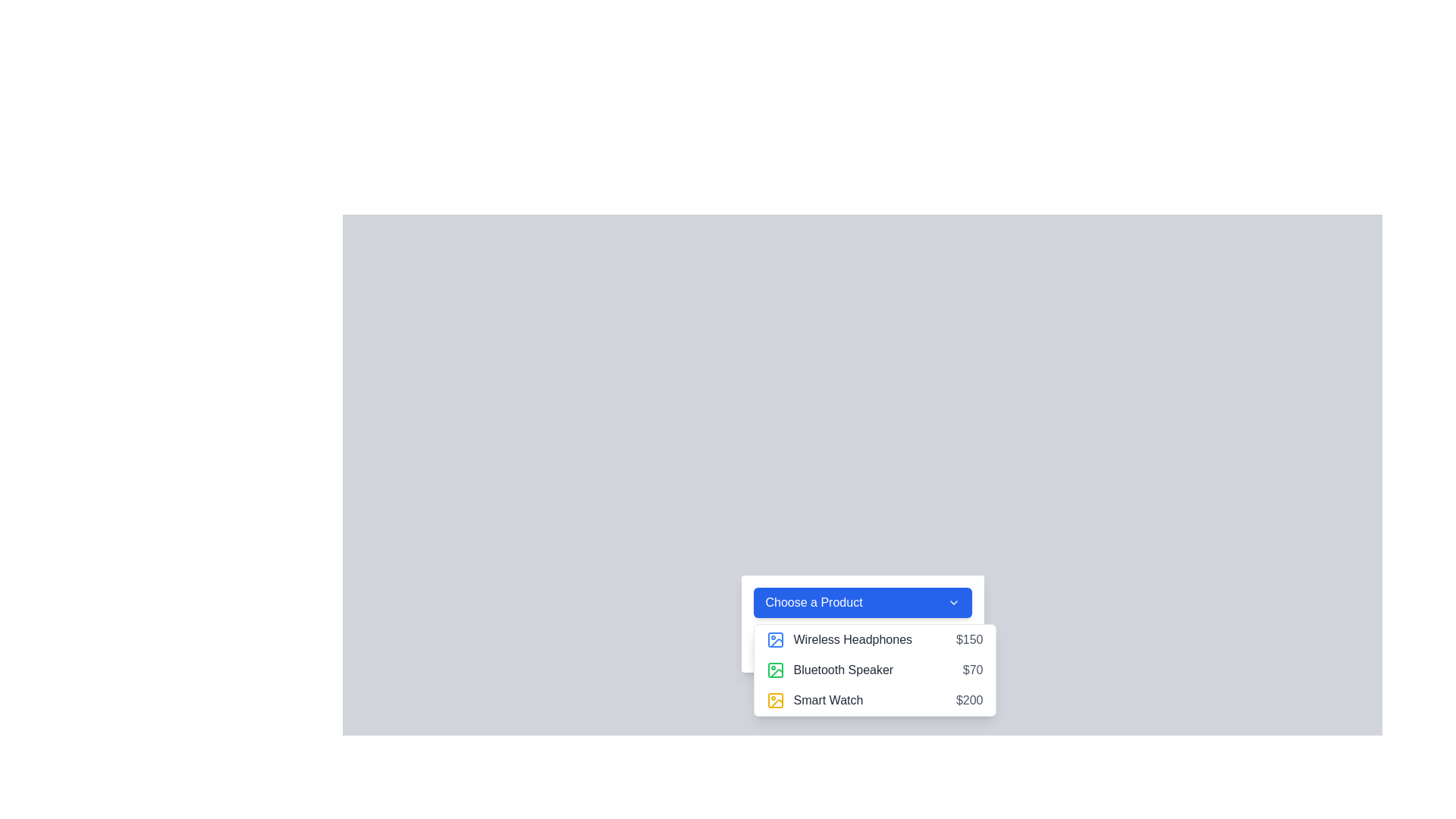 The image size is (1456, 819). Describe the element at coordinates (813, 601) in the screenshot. I see `text label displaying 'Choose a Product', which is styled in white text against a blue background and serves as a header for the dropdown menu` at that location.